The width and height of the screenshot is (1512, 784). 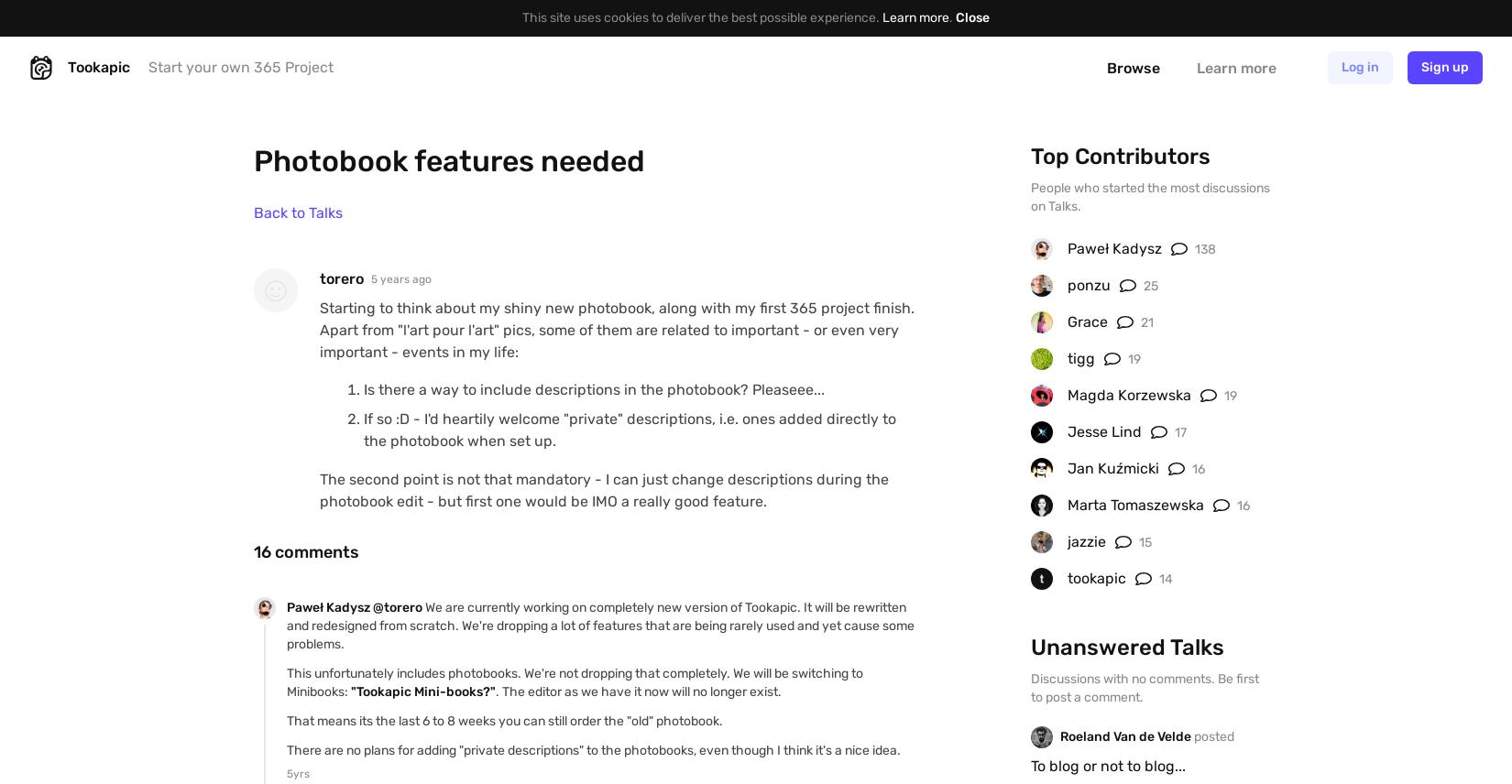 I want to click on 'Log in', so click(x=1359, y=67).